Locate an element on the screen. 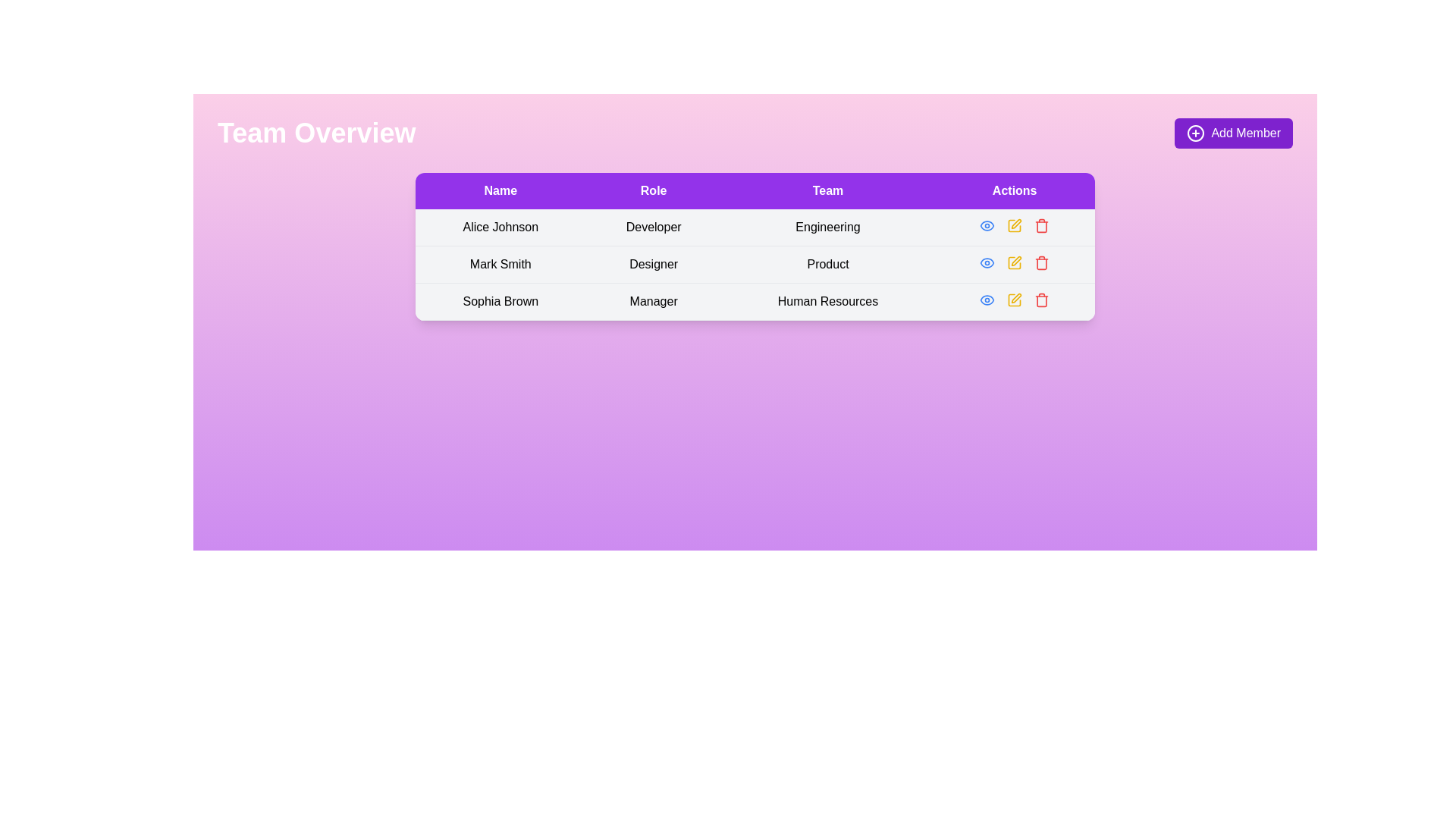 The height and width of the screenshot is (819, 1456). the eye icon in the second row of the table under the 'Actions' column for the data row 'Mark Smith' is located at coordinates (987, 262).